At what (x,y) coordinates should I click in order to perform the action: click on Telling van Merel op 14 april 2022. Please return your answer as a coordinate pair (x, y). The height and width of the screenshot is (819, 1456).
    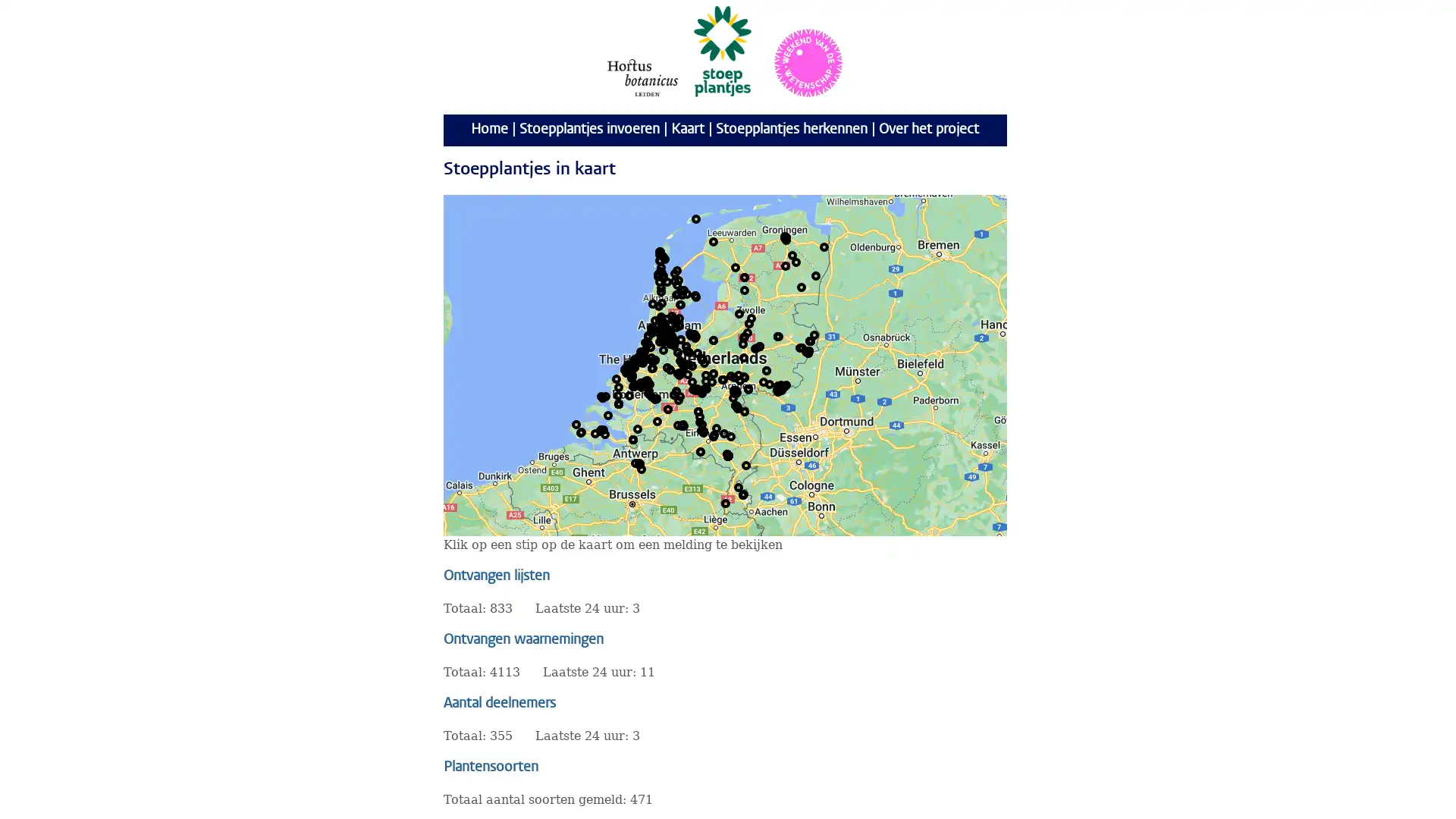
    Looking at the image, I should click on (669, 333).